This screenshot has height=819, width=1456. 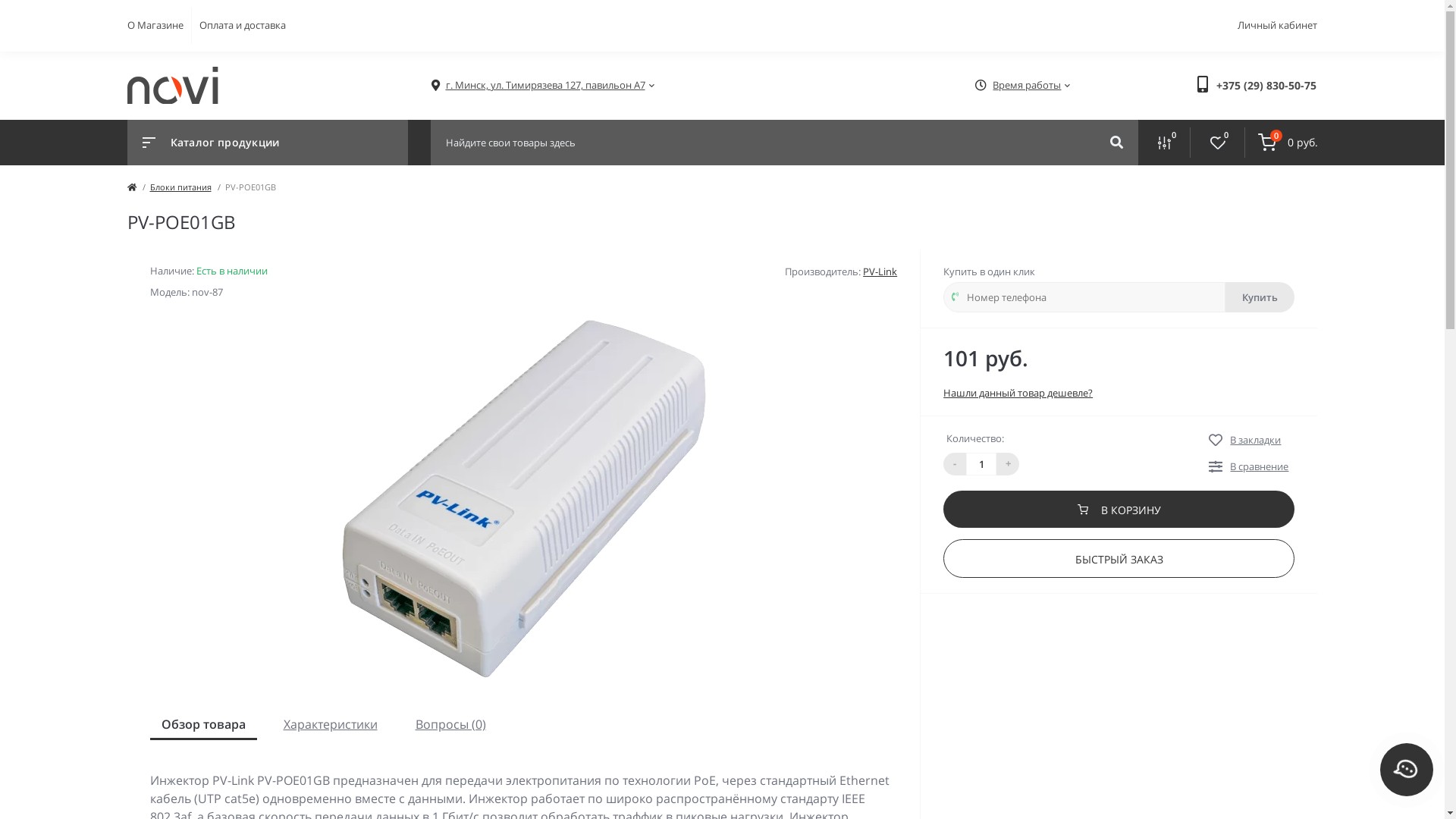 I want to click on '-', so click(x=953, y=462).